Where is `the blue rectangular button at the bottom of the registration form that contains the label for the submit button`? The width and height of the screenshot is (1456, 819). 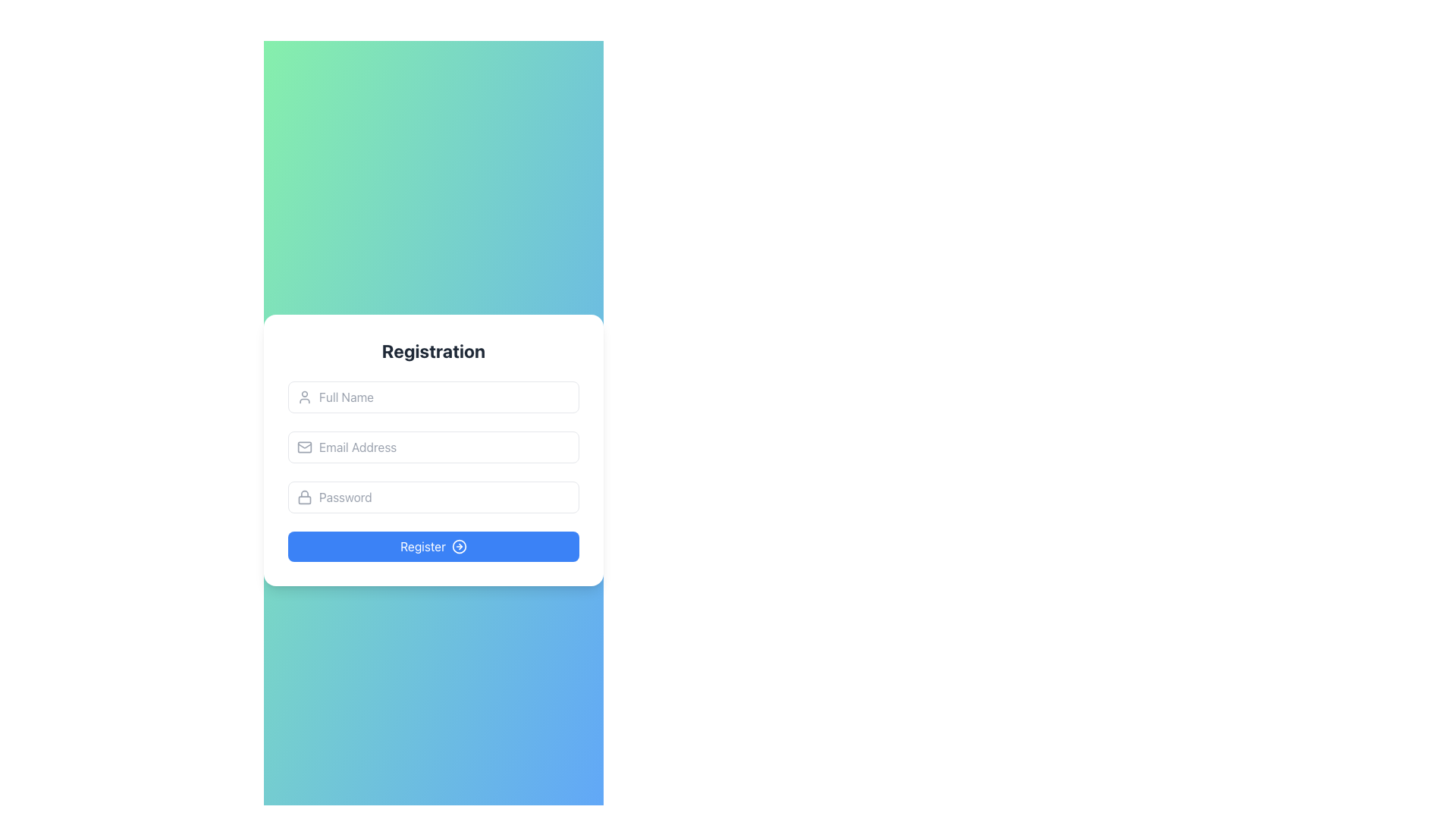
the blue rectangular button at the bottom of the registration form that contains the label for the submit button is located at coordinates (422, 547).